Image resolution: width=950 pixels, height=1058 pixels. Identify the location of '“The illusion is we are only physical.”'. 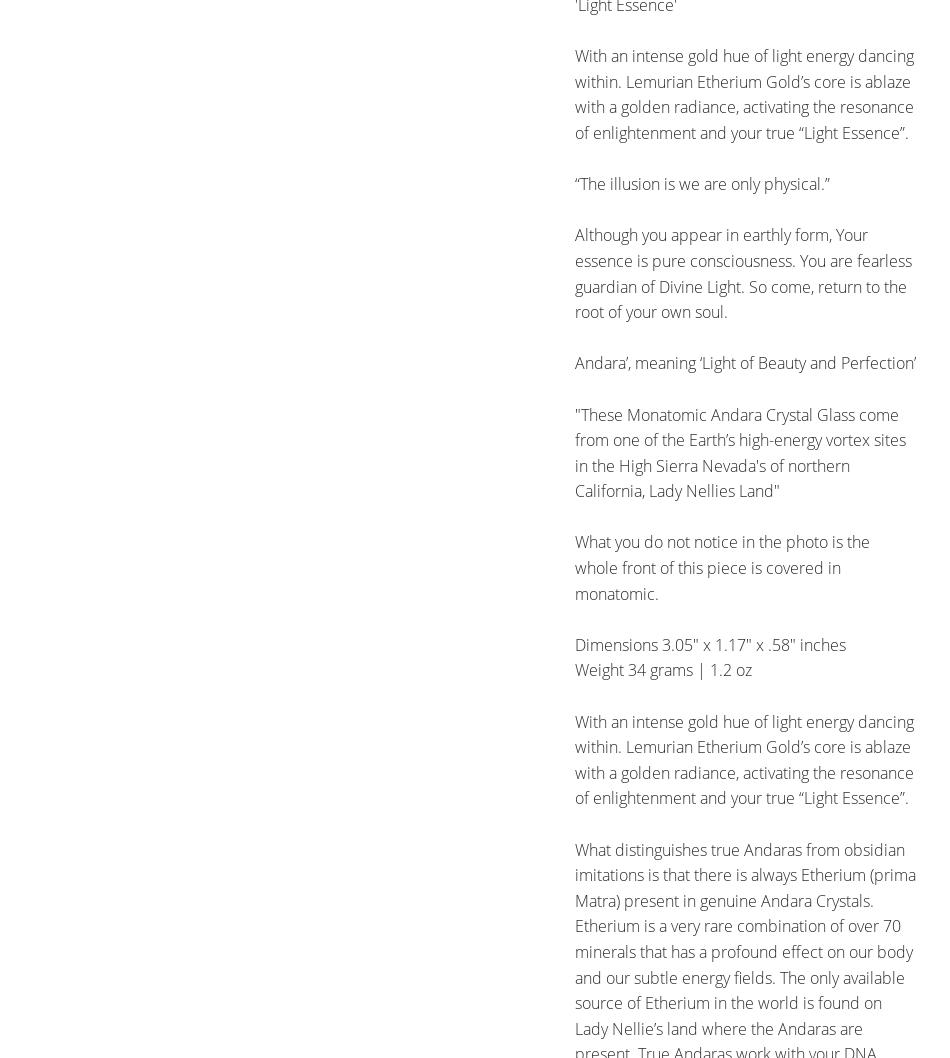
(702, 183).